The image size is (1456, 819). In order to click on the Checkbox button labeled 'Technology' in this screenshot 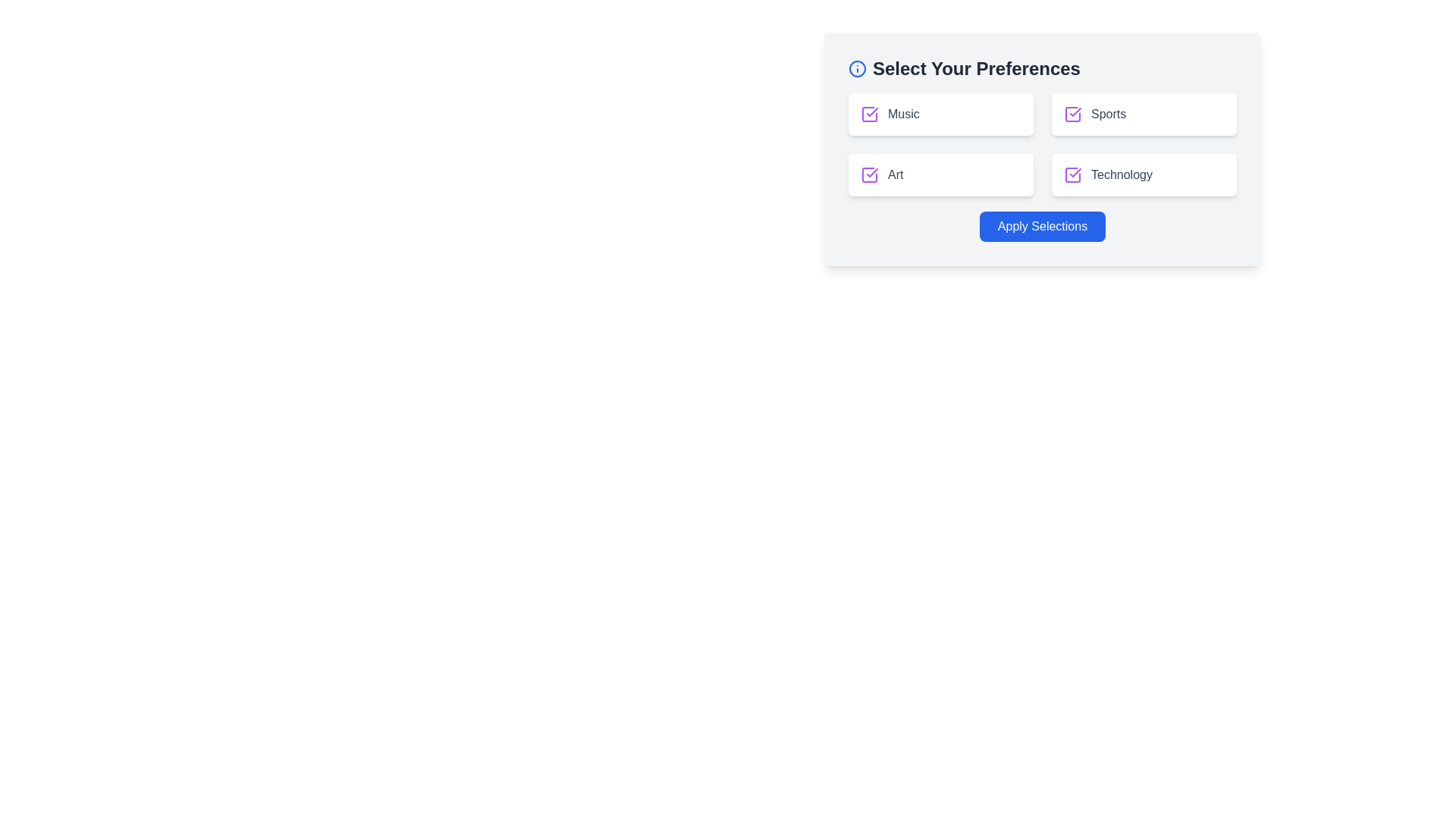, I will do `click(1144, 174)`.